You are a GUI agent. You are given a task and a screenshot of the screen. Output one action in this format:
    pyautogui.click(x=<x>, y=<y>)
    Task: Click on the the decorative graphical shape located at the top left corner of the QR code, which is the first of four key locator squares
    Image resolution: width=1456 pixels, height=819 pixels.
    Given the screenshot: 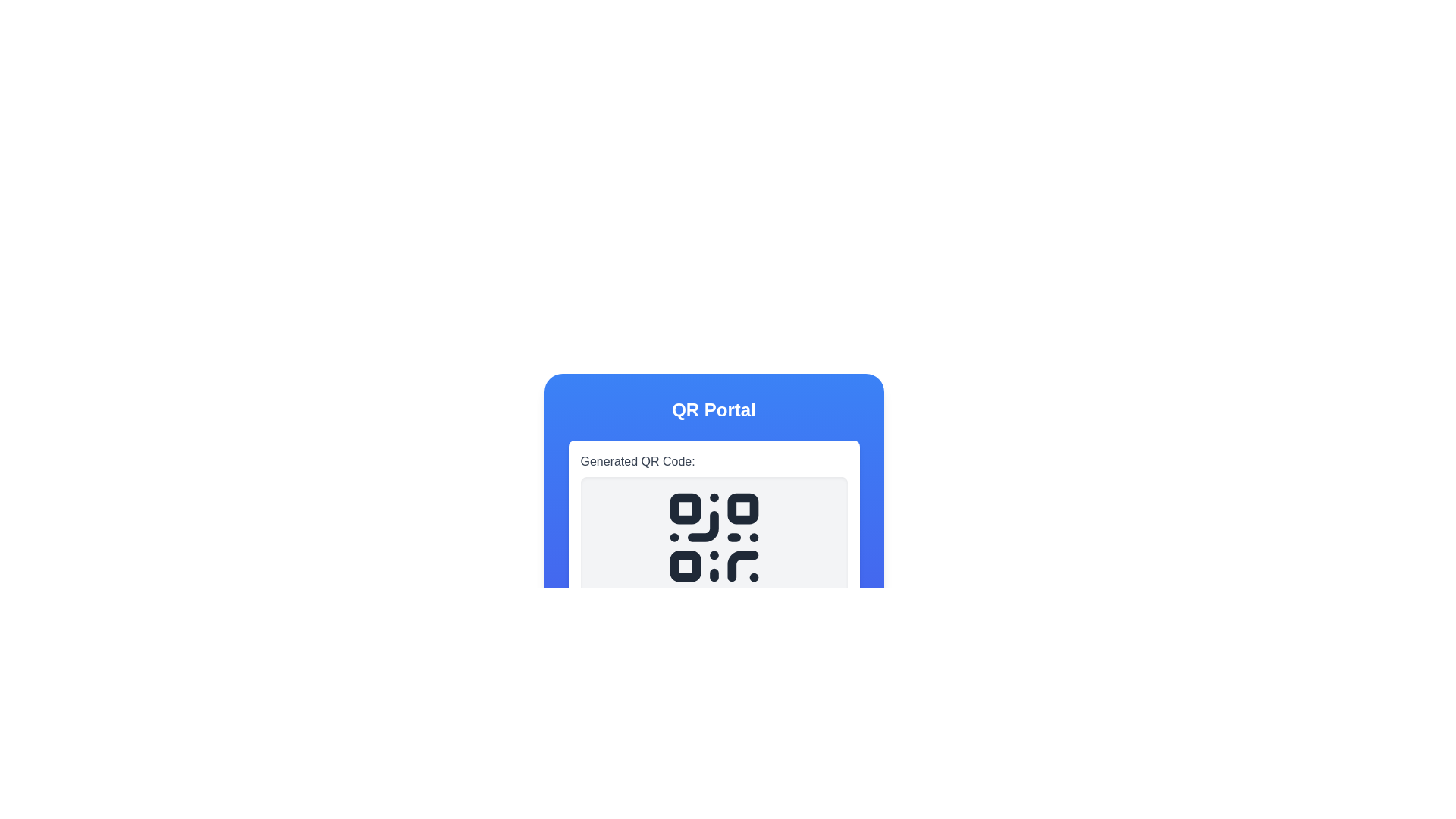 What is the action you would take?
    pyautogui.click(x=684, y=509)
    